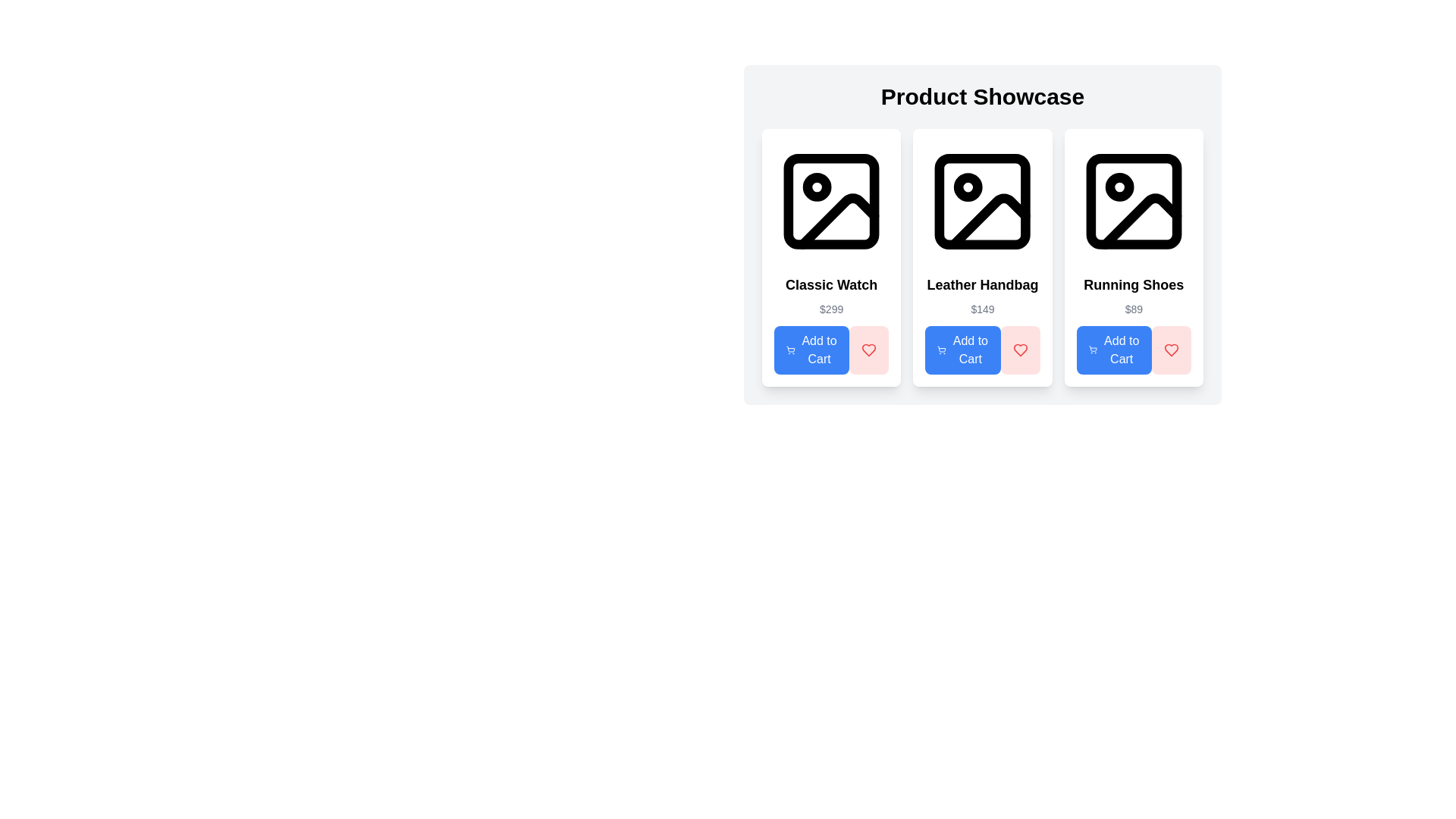  What do you see at coordinates (830, 309) in the screenshot?
I see `the gray small-sized text label displaying '$299', which is positioned below the 'Classic Watch' title and above the button group in the first product card` at bounding box center [830, 309].